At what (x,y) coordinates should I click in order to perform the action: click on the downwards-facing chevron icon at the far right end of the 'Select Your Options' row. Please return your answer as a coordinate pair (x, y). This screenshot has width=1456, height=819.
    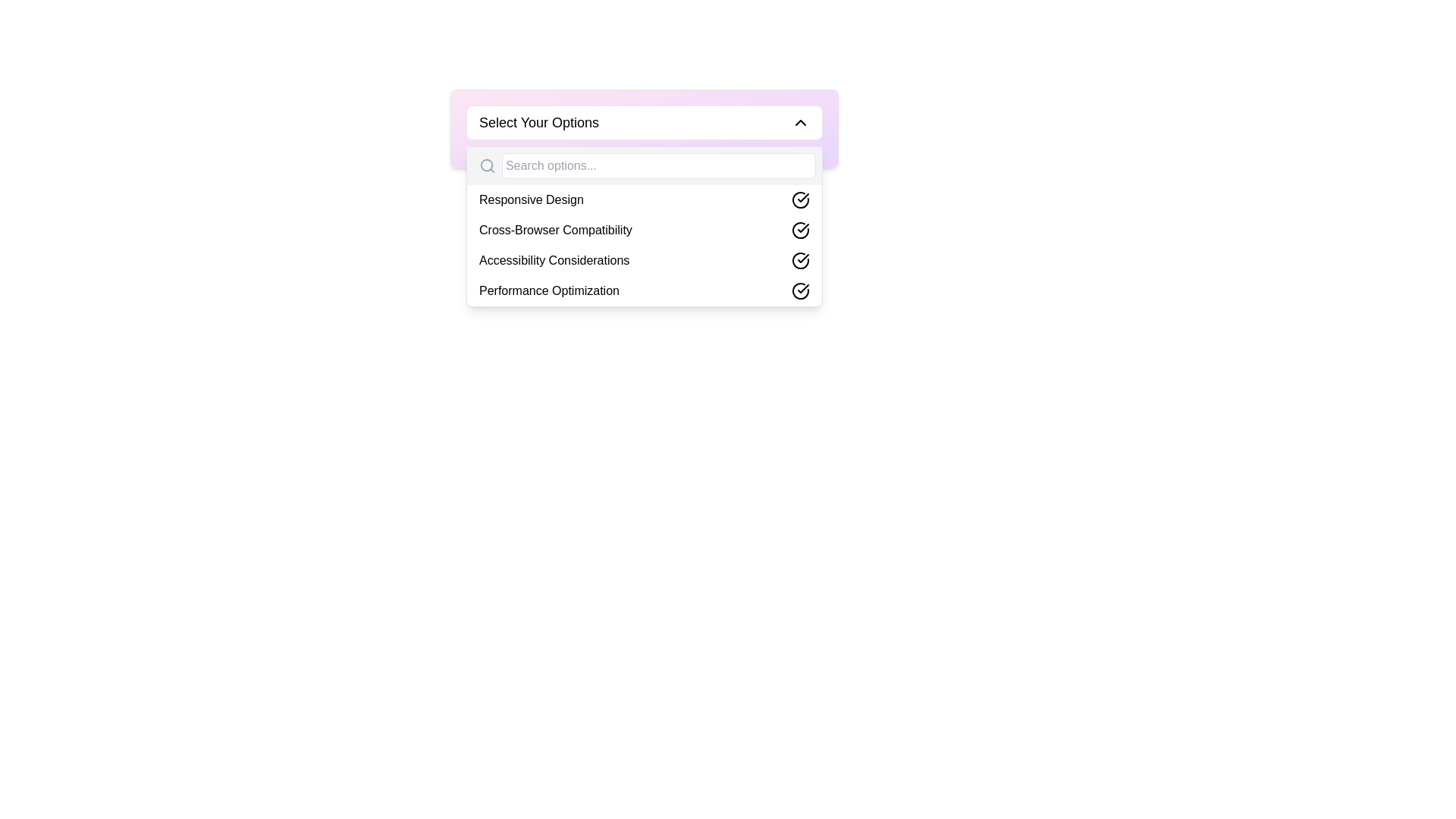
    Looking at the image, I should click on (800, 122).